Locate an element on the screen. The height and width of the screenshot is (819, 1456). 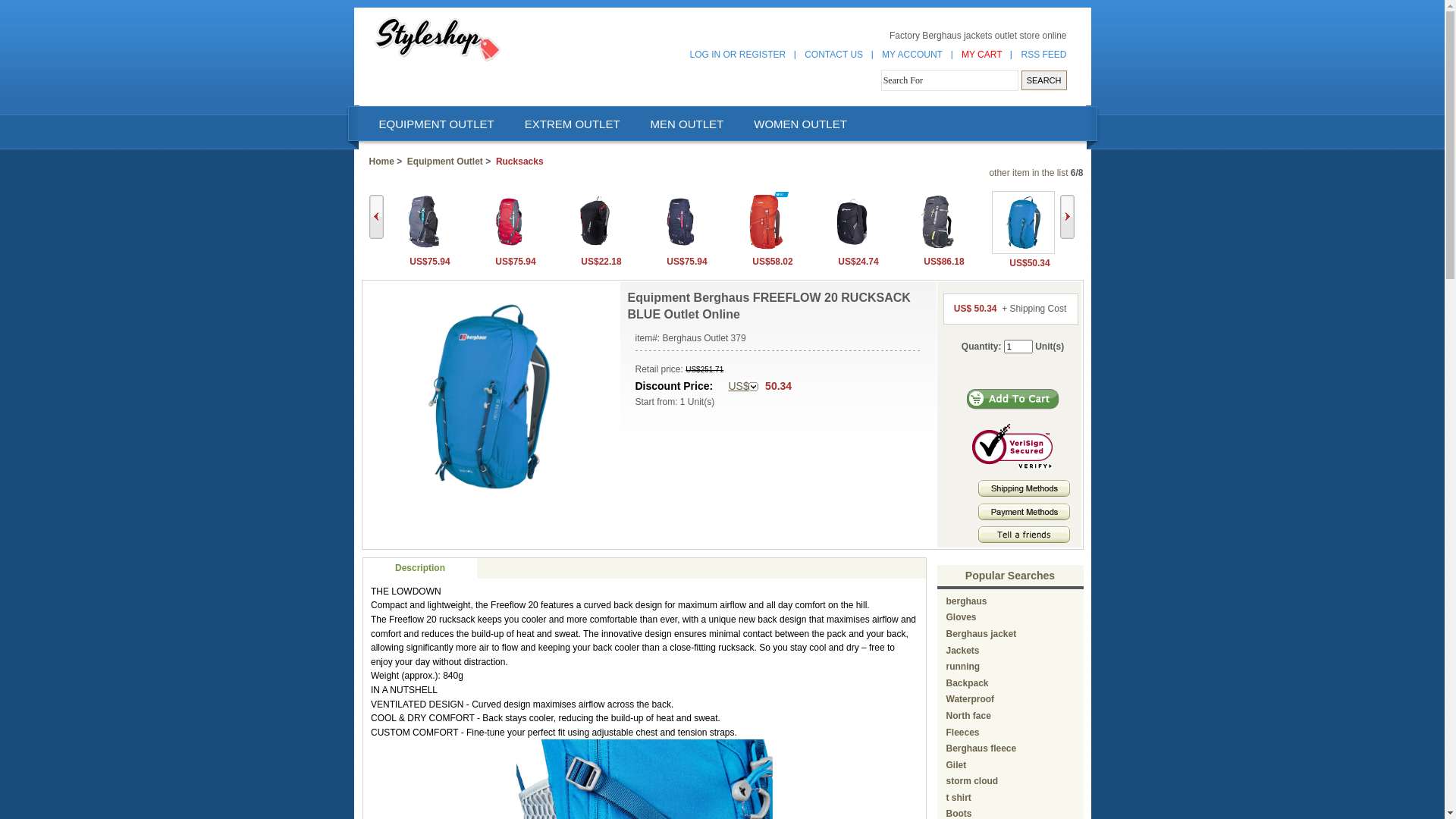
'Gloves' is located at coordinates (960, 617).